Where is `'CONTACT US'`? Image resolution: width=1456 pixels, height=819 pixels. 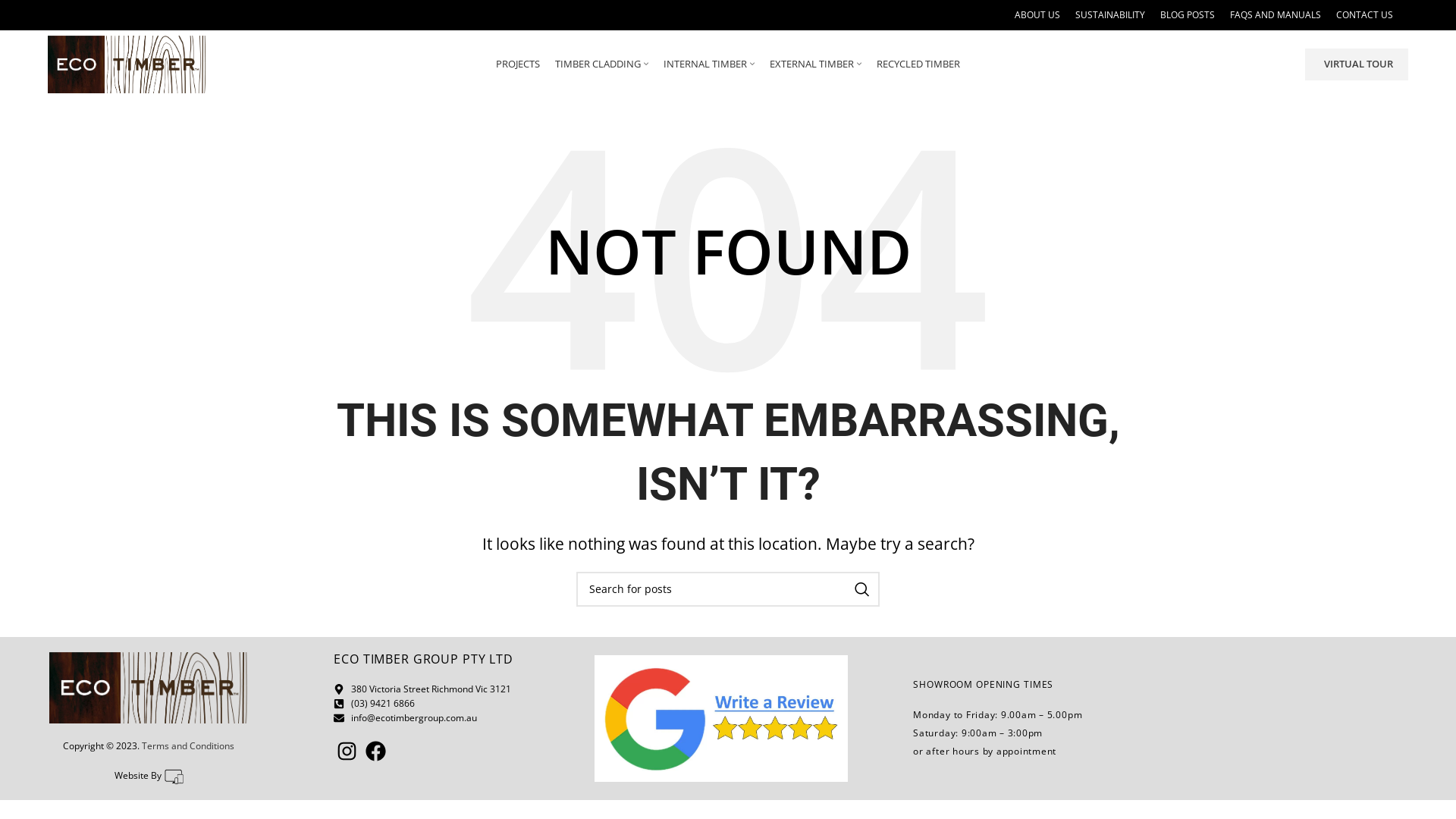
'CONTACT US' is located at coordinates (1335, 14).